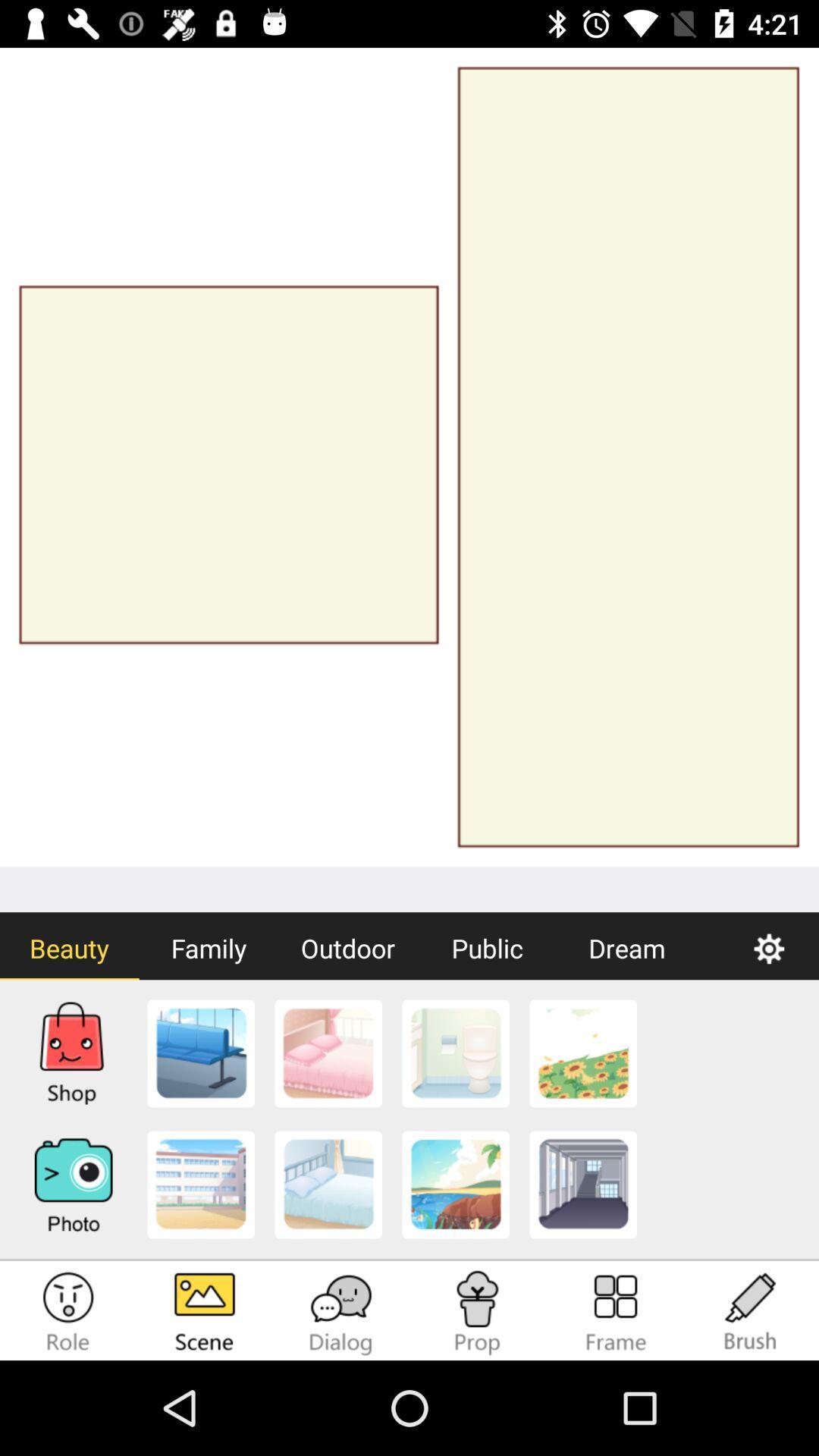  What do you see at coordinates (751, 1312) in the screenshot?
I see `the edit icon` at bounding box center [751, 1312].